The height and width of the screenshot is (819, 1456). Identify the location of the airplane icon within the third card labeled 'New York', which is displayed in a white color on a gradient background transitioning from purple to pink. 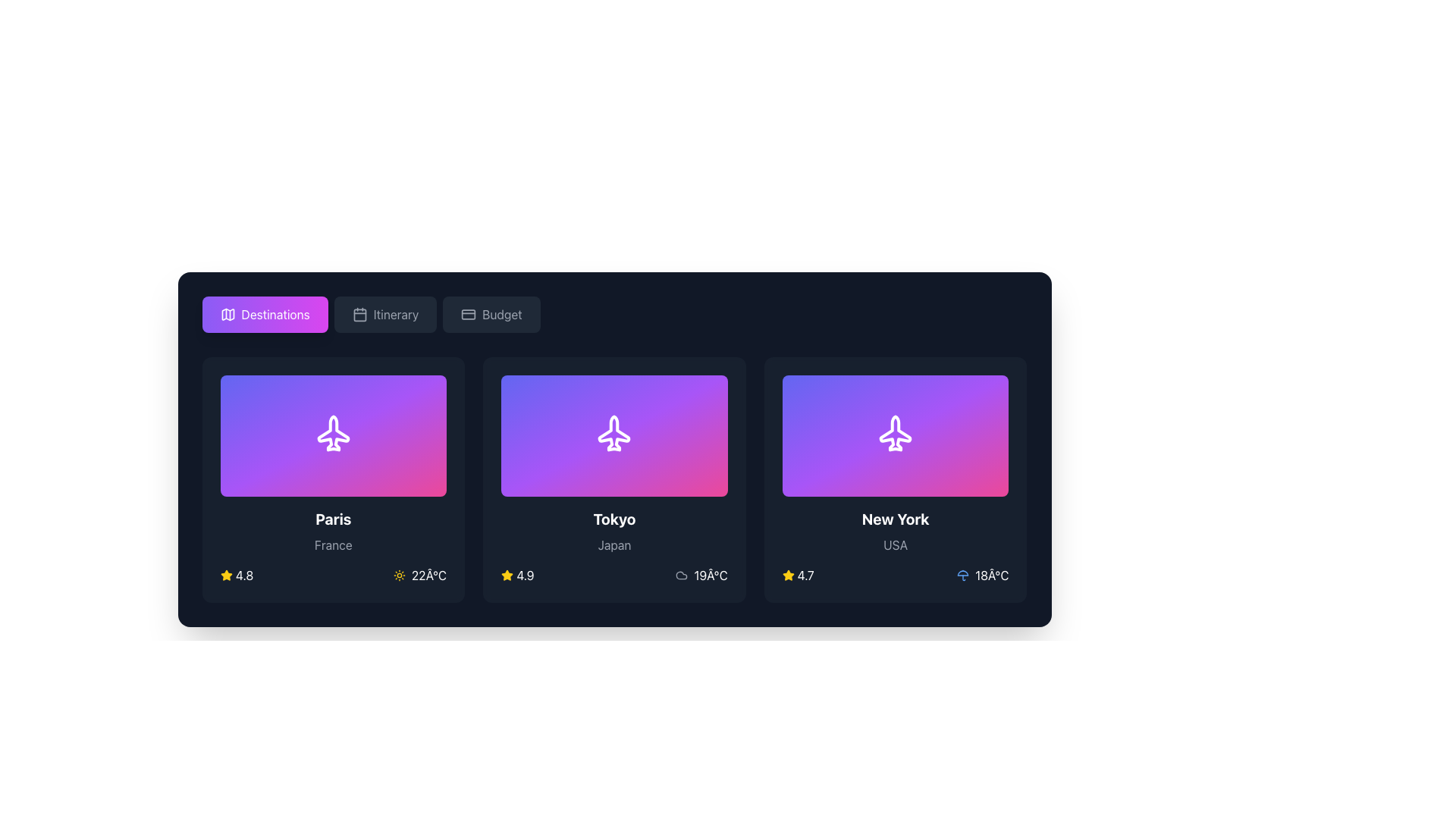
(896, 435).